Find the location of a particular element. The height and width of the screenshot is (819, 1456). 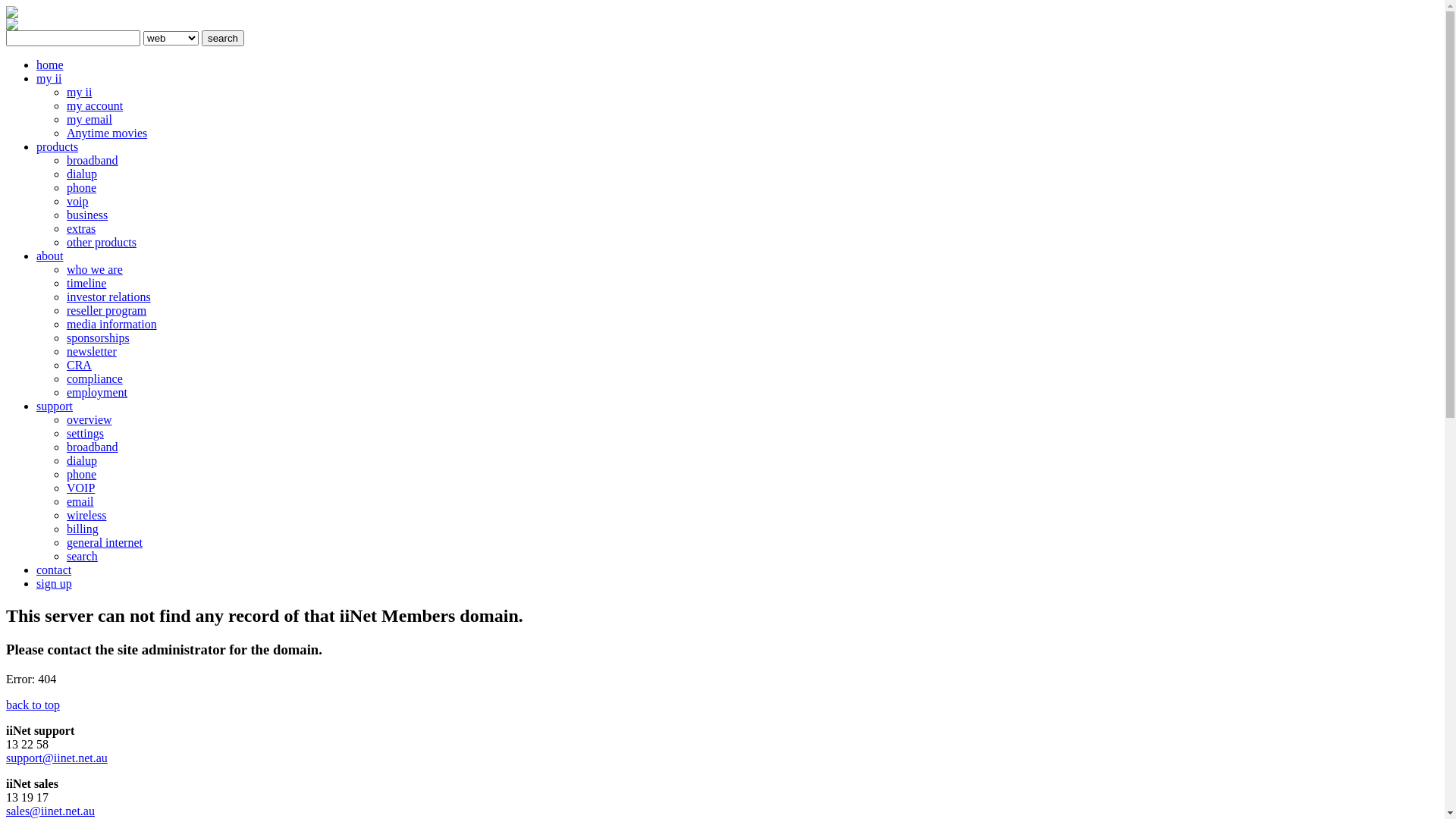

'sponsorships' is located at coordinates (65, 337).